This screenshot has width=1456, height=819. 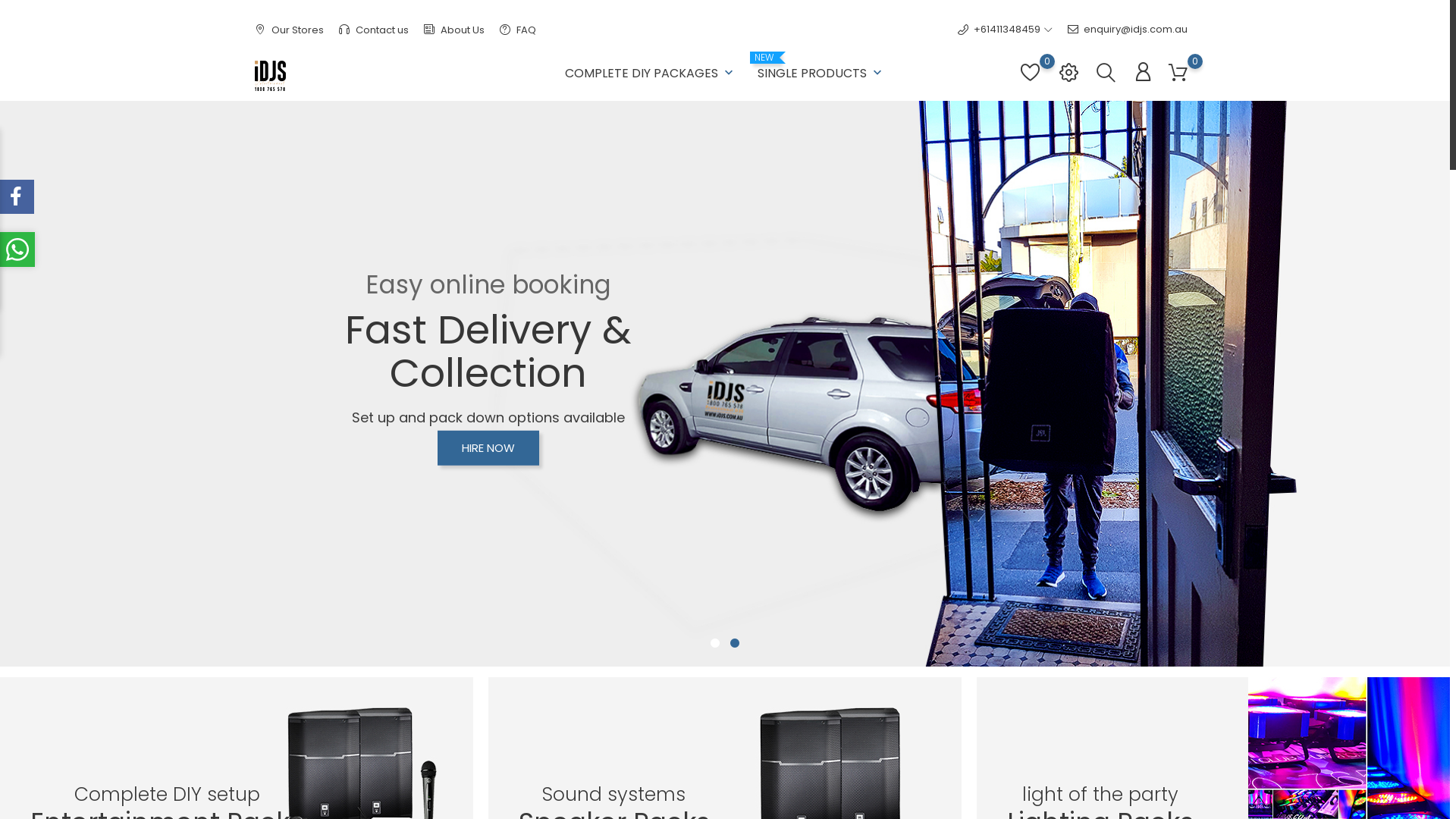 What do you see at coordinates (757, 70) in the screenshot?
I see `'SINGLE PRODUCTS` at bounding box center [757, 70].